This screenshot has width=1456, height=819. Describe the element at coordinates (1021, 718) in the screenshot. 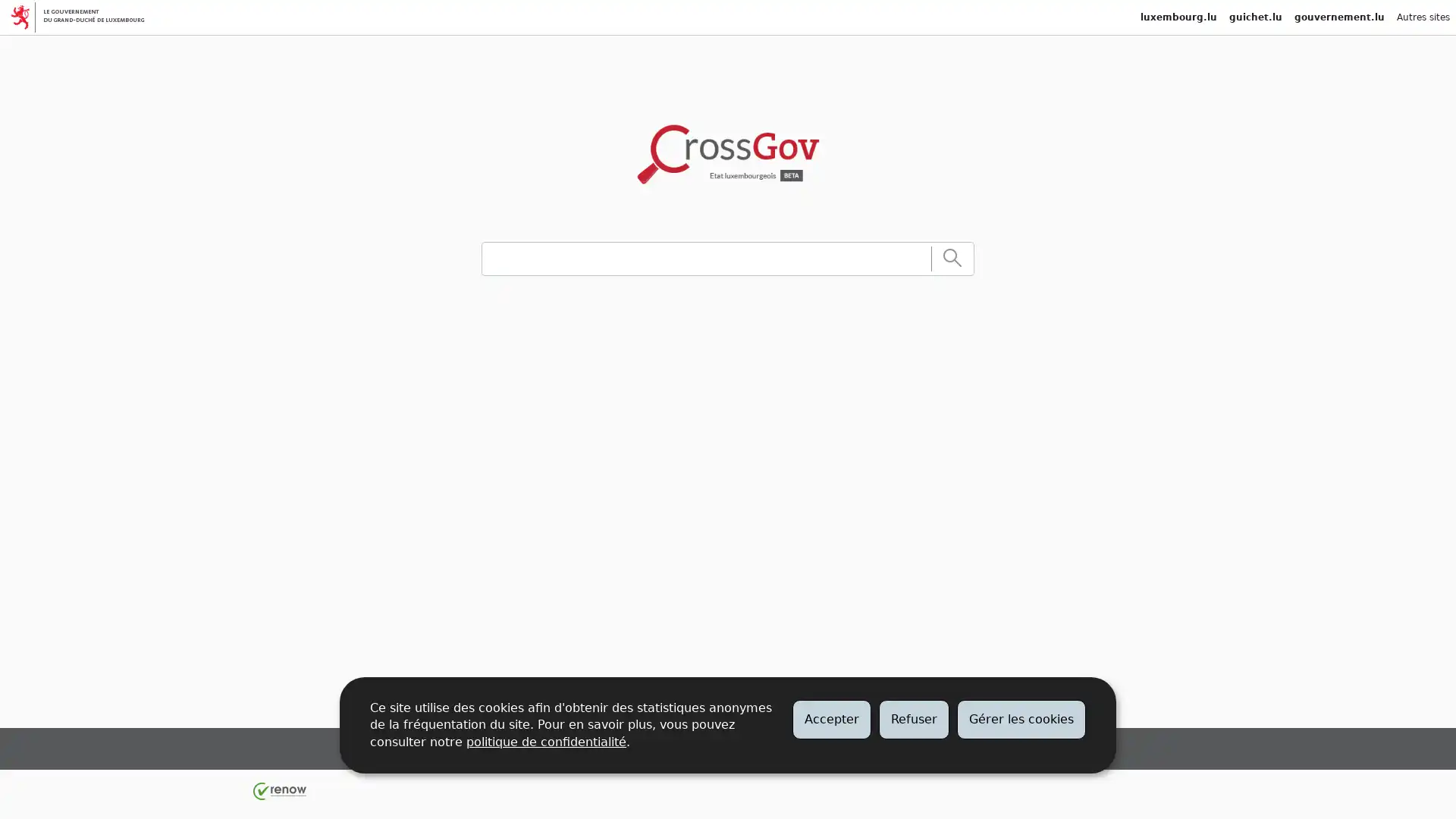

I see `Gerer les cookies` at that location.